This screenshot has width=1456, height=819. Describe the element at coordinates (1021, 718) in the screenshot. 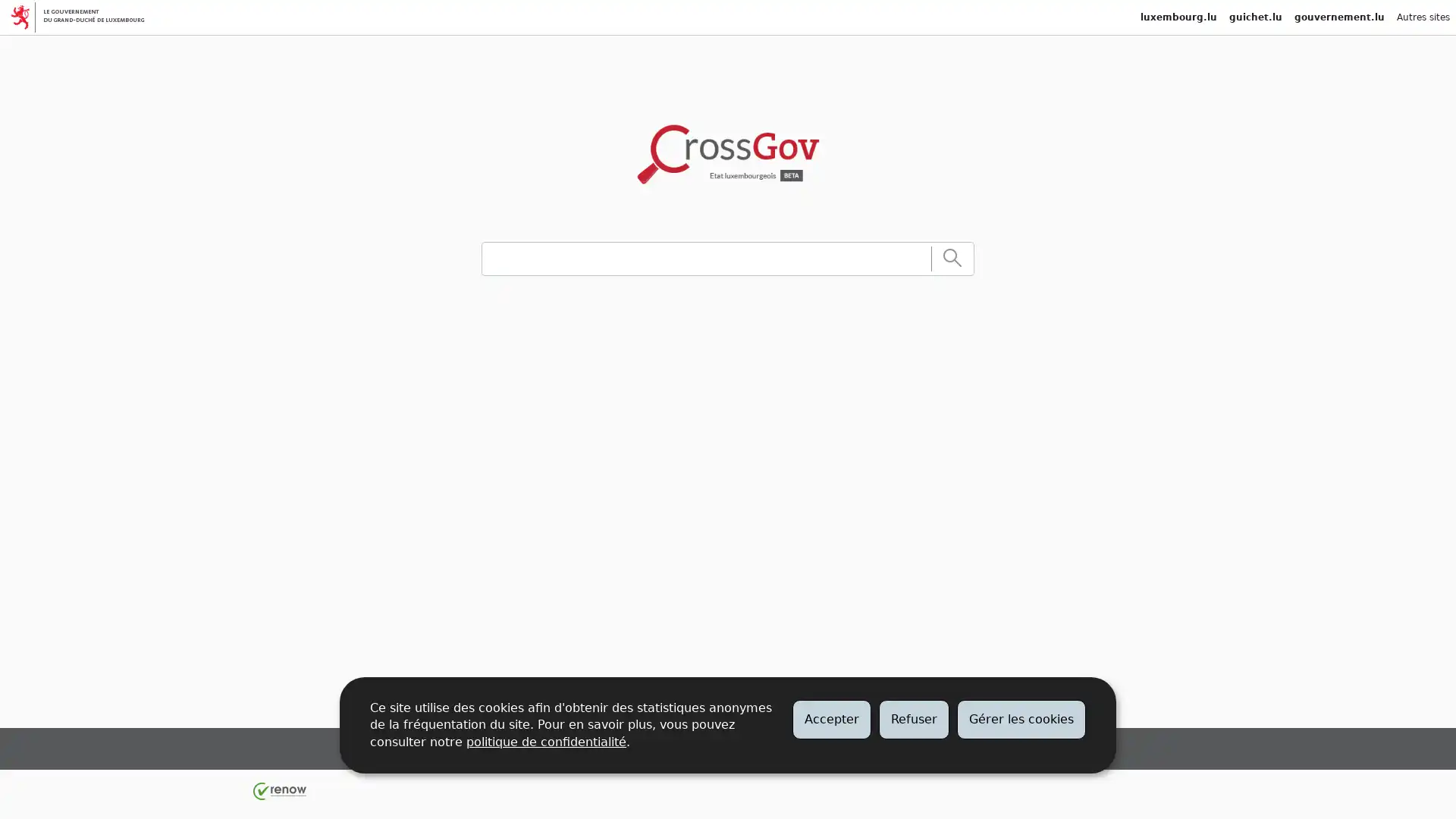

I see `Gerer les cookies` at that location.